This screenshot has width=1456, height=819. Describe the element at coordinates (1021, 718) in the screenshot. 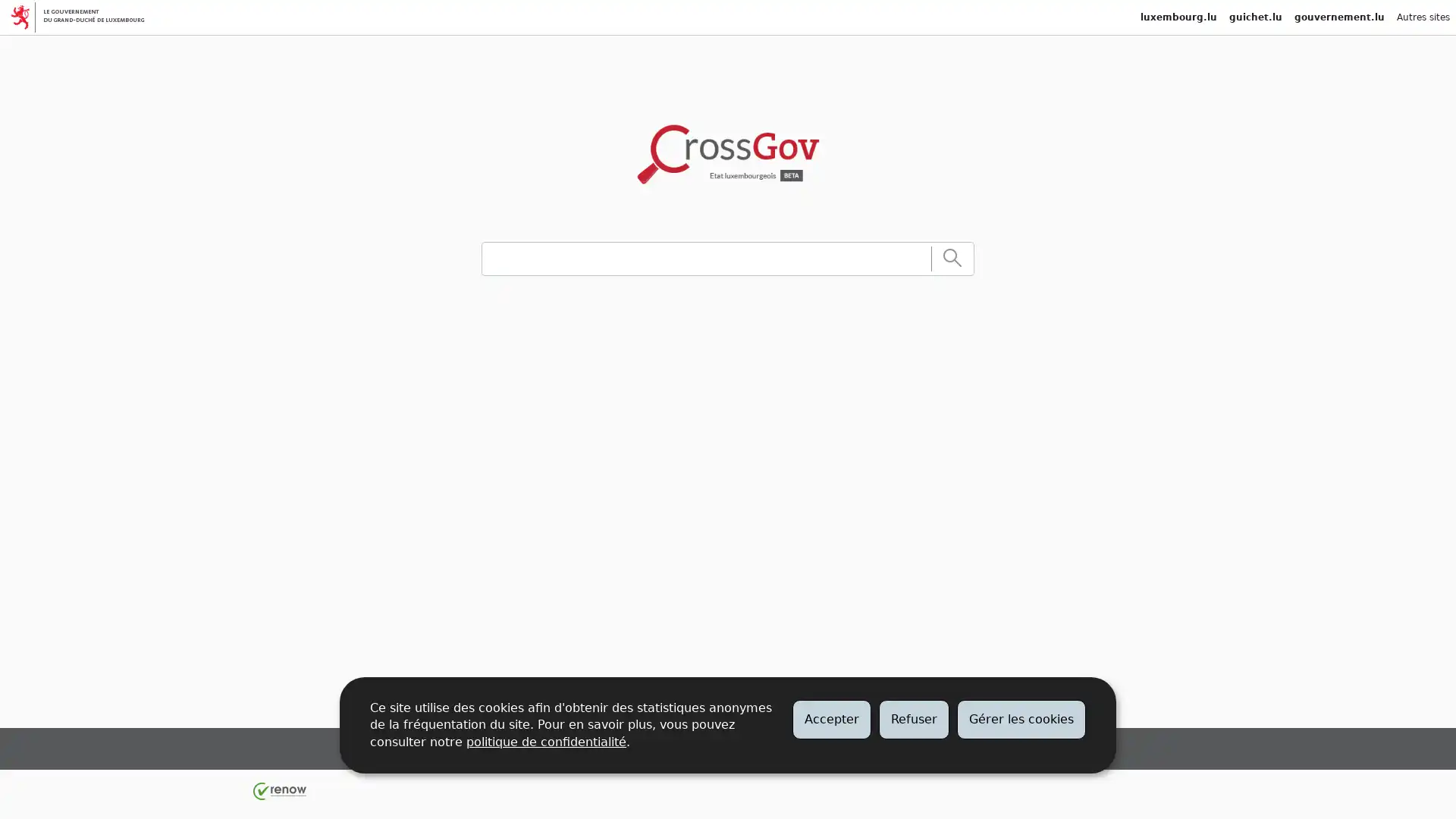

I see `Gerer les cookies` at that location.